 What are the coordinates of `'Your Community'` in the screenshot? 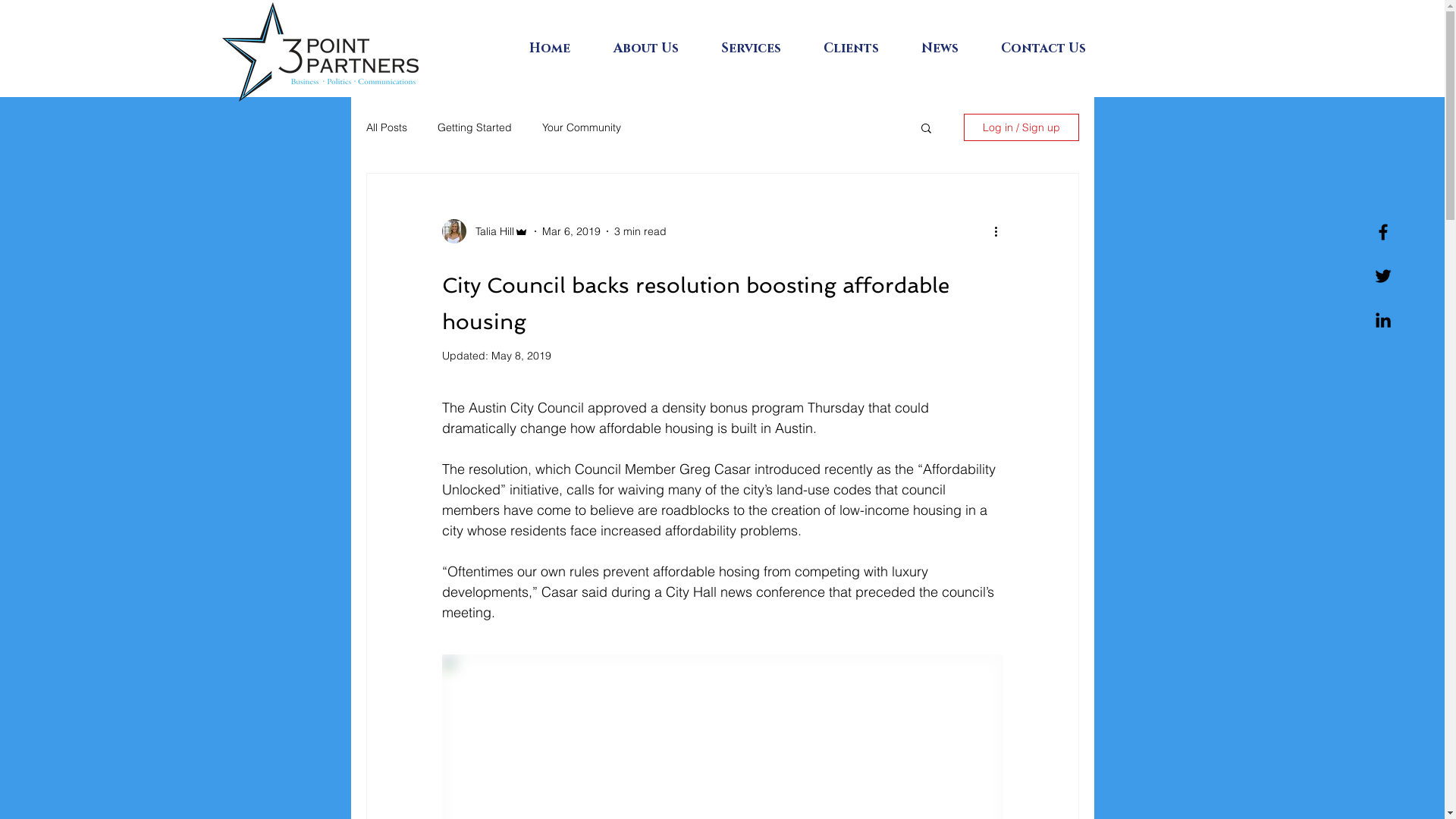 It's located at (580, 127).